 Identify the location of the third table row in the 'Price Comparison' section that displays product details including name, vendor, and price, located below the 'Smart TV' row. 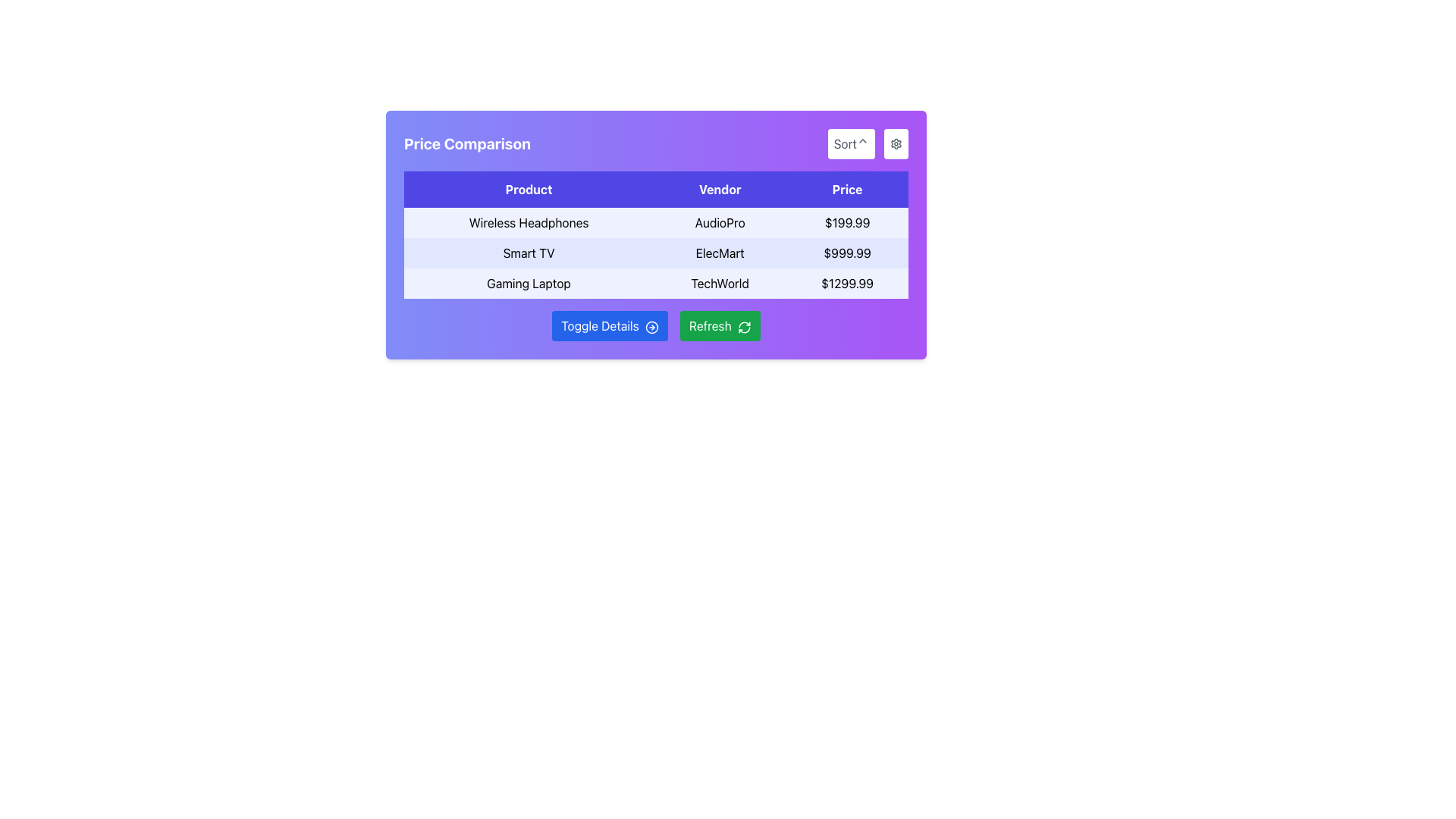
(656, 284).